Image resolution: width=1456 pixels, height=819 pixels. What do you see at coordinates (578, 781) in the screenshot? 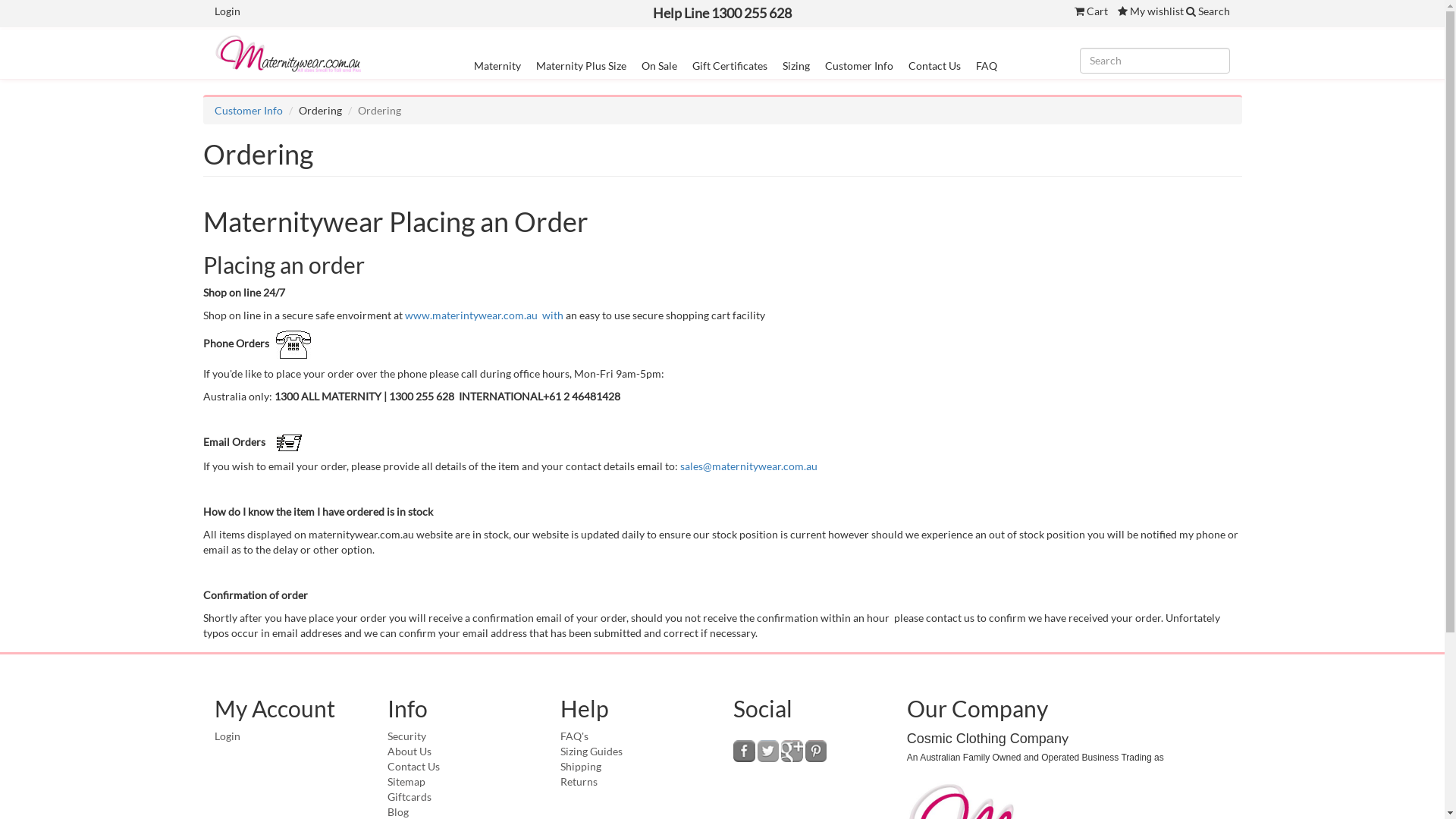
I see `'Returns'` at bounding box center [578, 781].